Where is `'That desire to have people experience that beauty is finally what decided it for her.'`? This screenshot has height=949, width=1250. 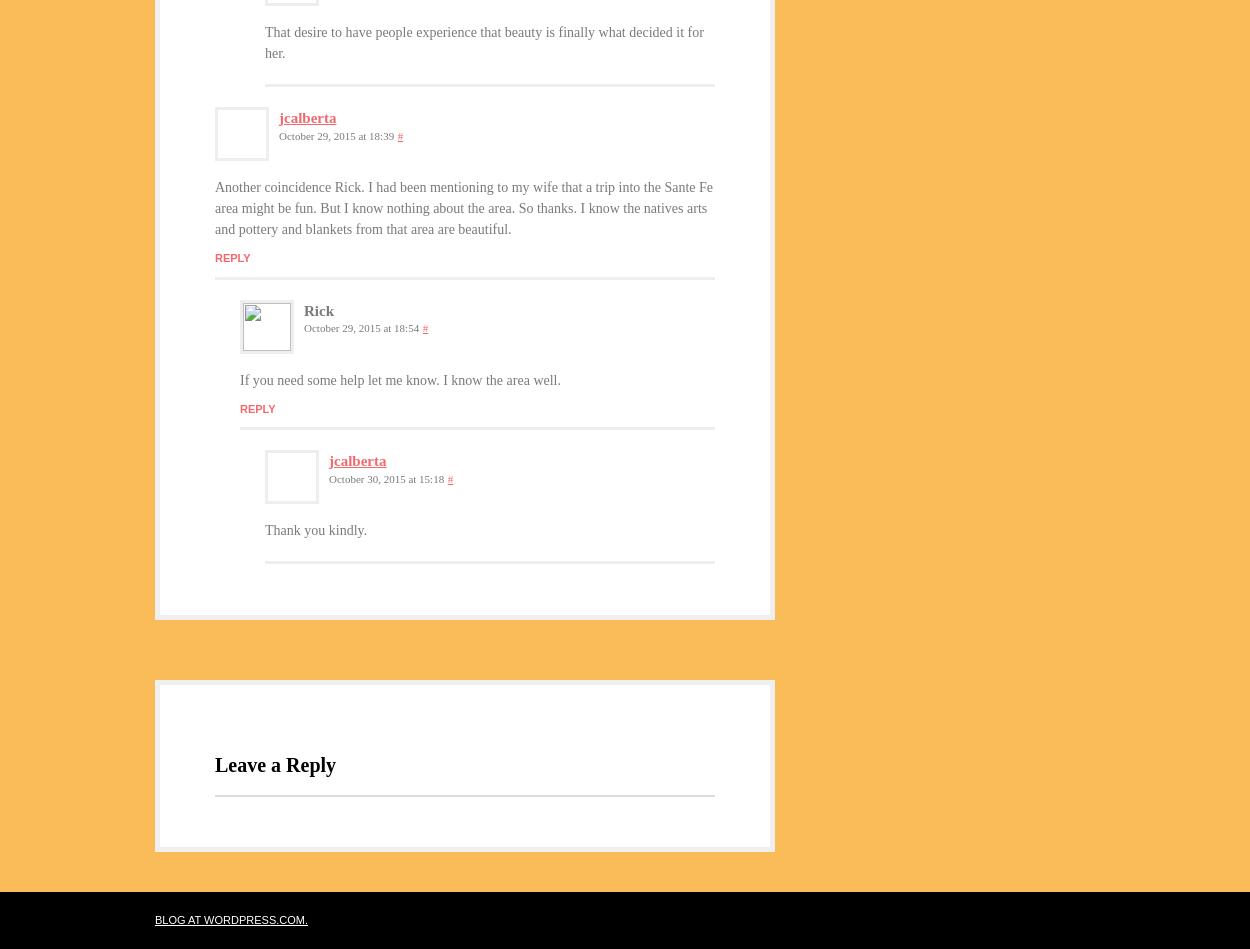 'That desire to have people experience that beauty is finally what decided it for her.' is located at coordinates (483, 42).